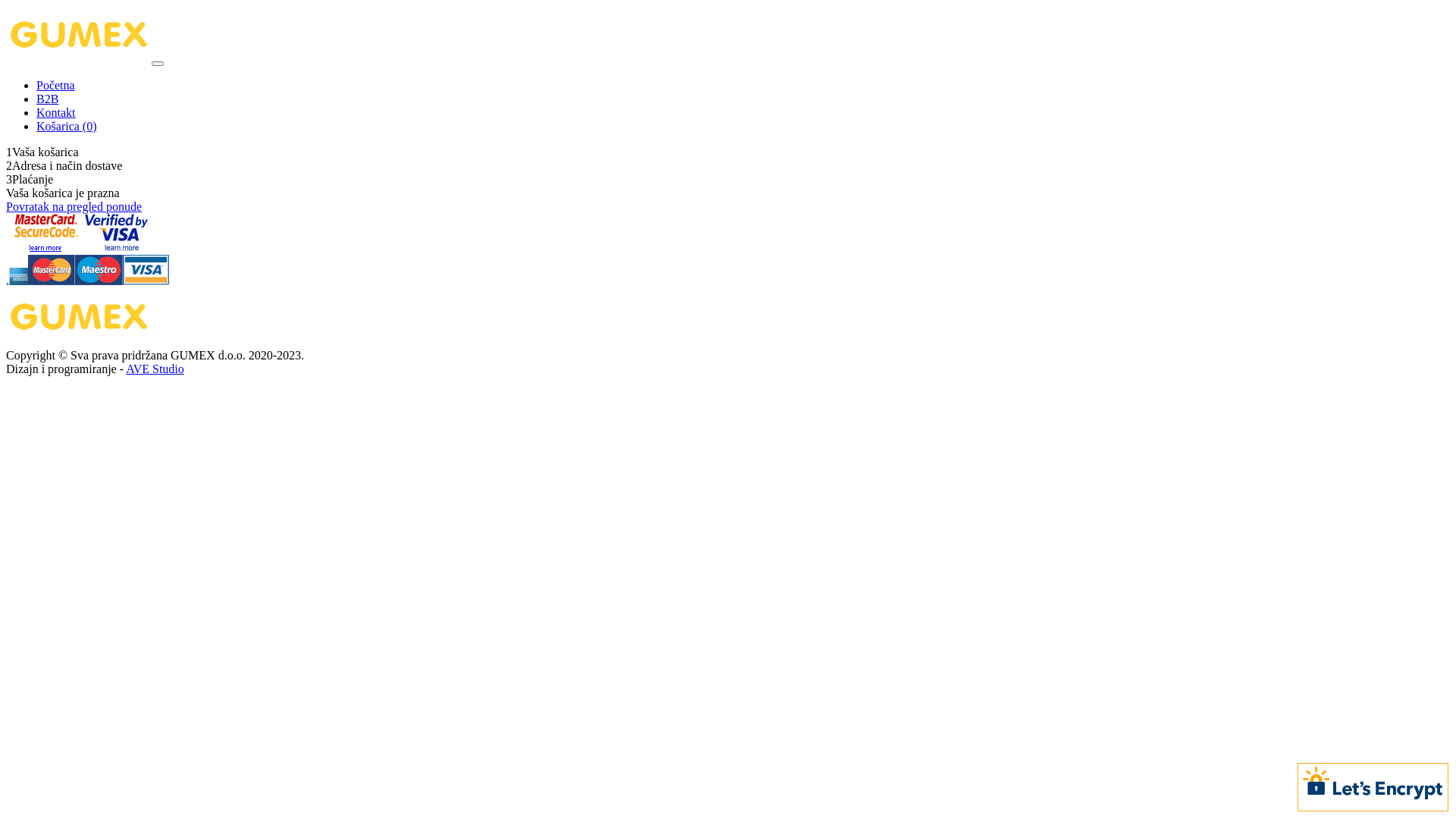 Image resolution: width=1456 pixels, height=819 pixels. What do you see at coordinates (36, 111) in the screenshot?
I see `'Kontakt'` at bounding box center [36, 111].